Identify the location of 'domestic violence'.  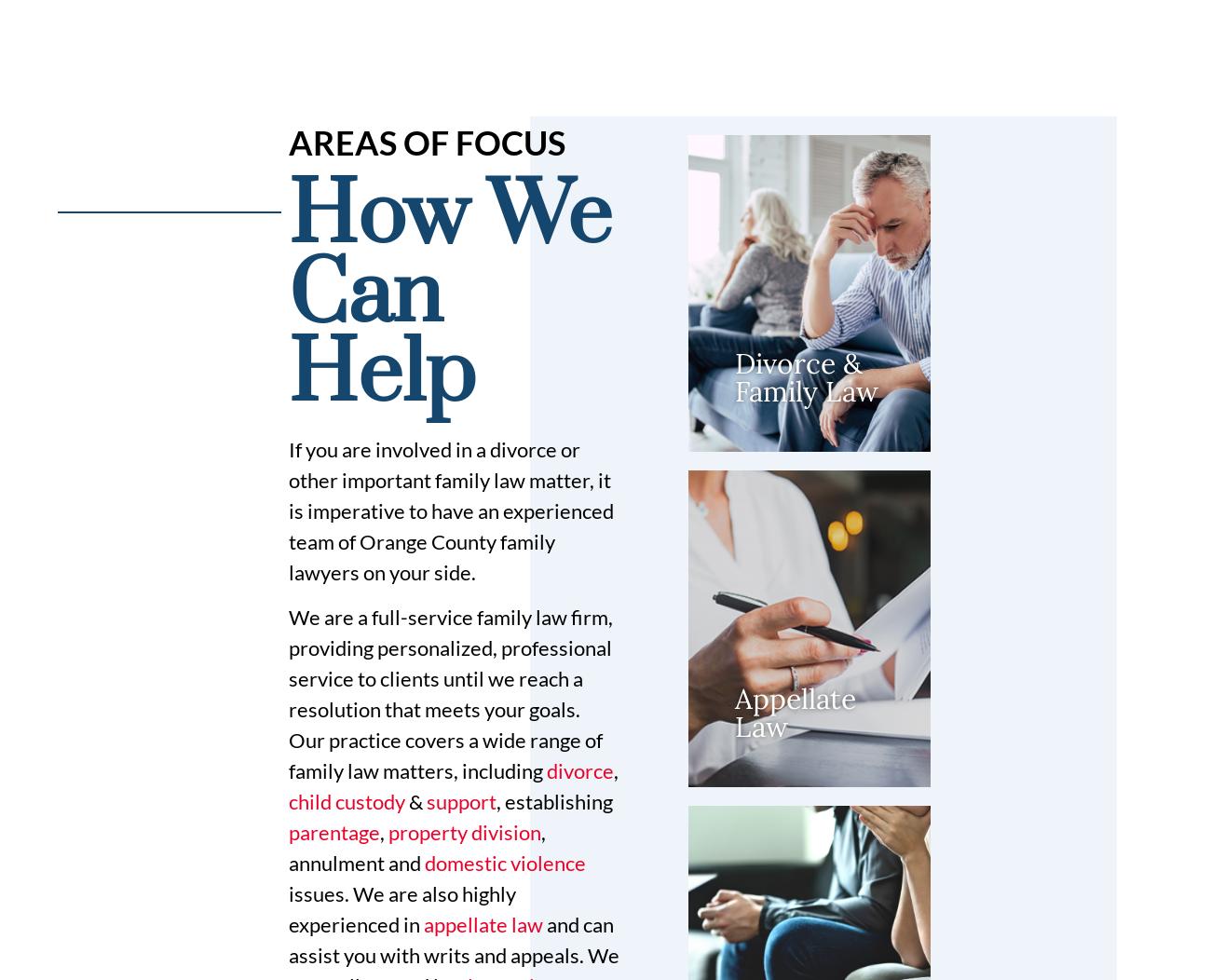
(504, 861).